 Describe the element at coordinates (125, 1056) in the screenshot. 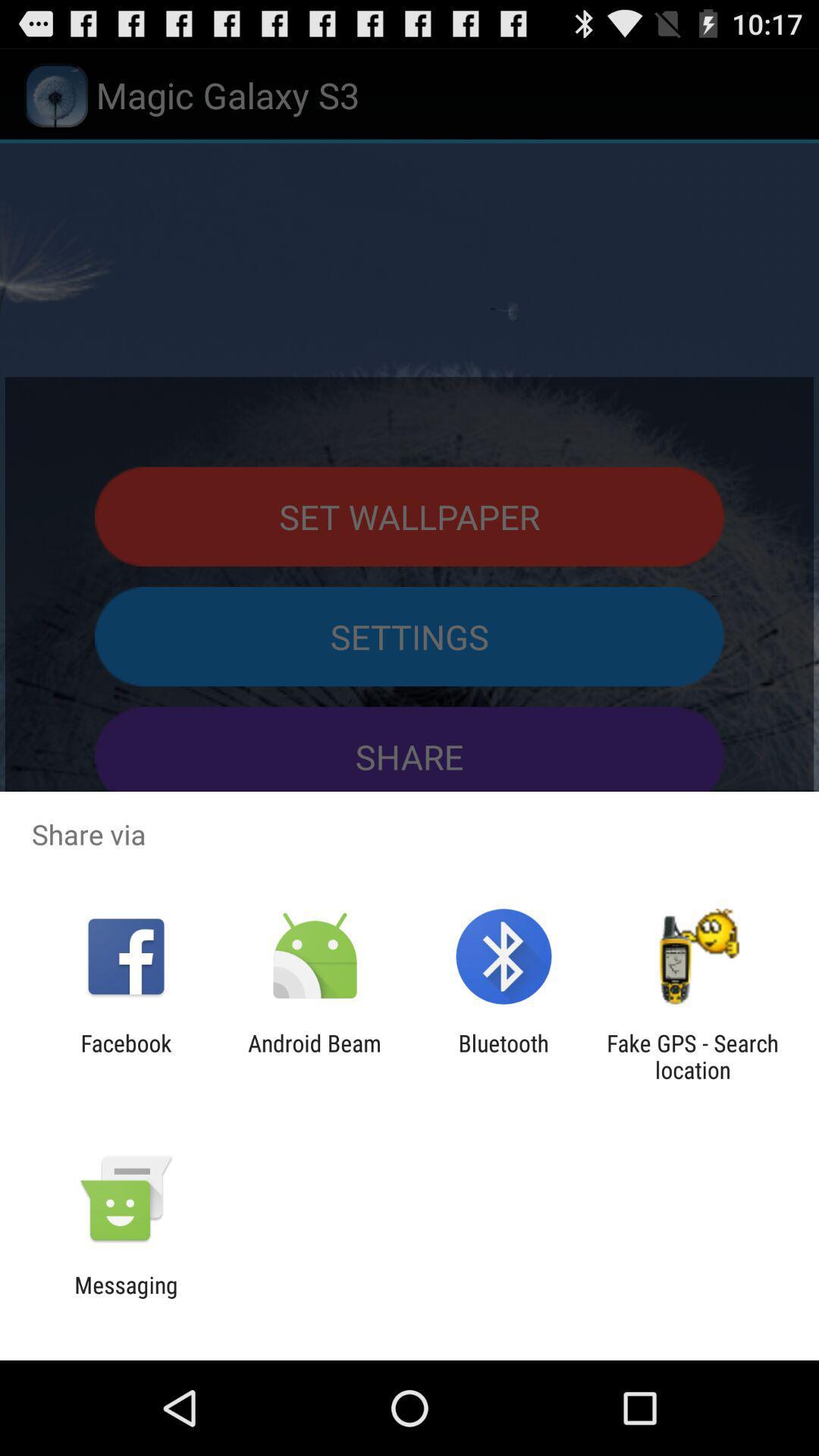

I see `app next to the android beam` at that location.